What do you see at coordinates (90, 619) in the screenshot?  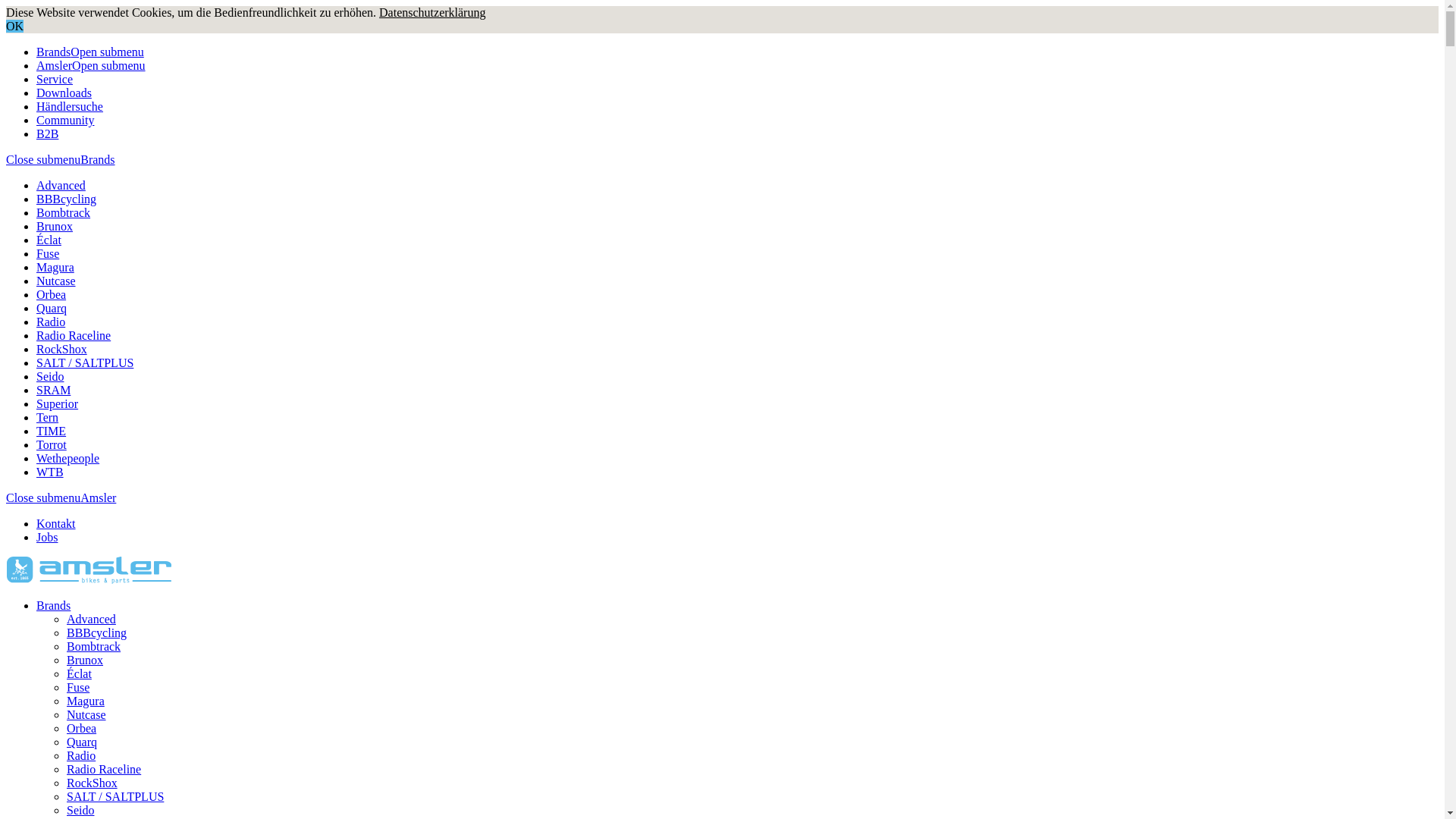 I see `'Advanced'` at bounding box center [90, 619].